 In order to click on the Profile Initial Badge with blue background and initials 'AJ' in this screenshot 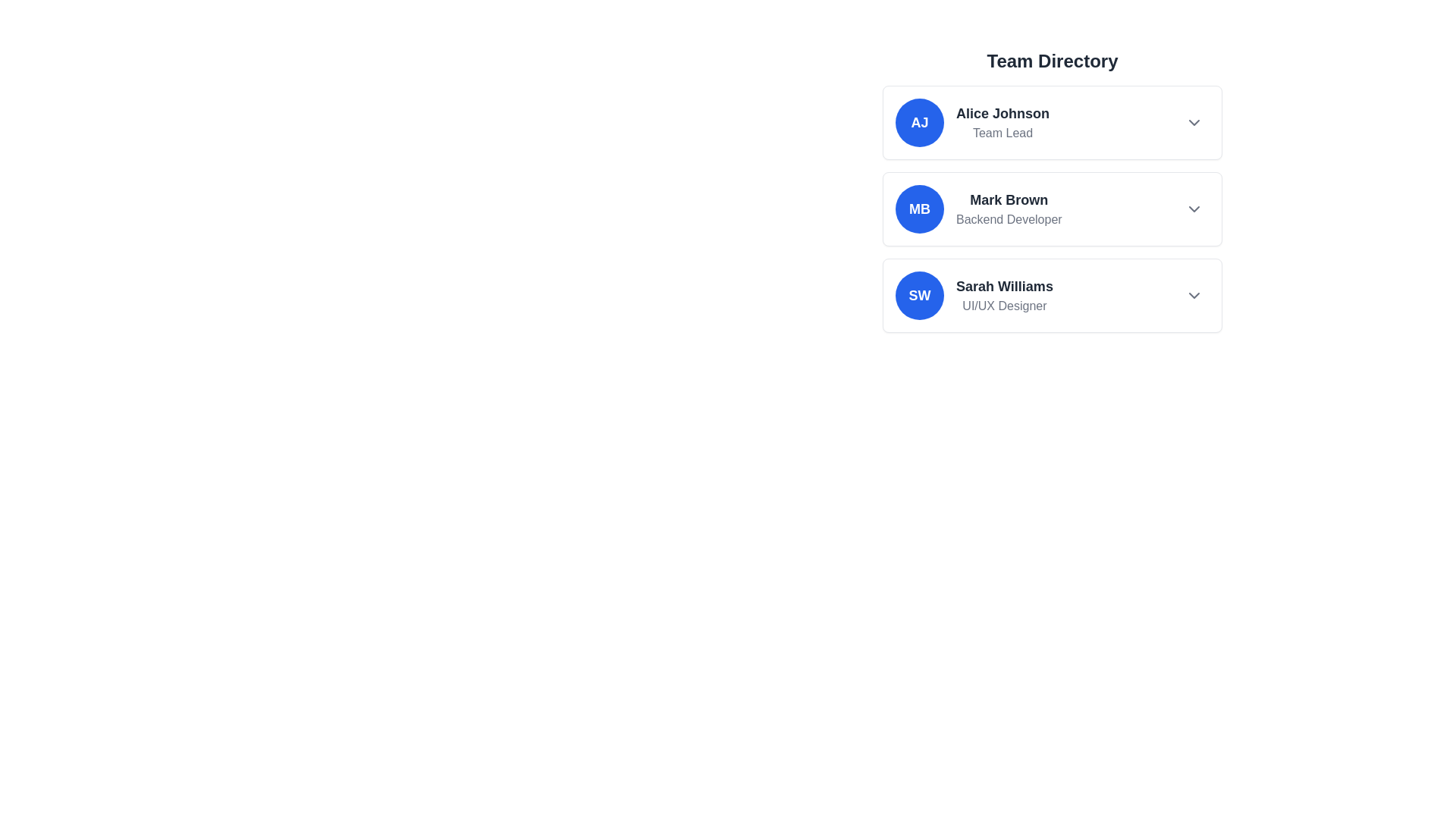, I will do `click(919, 122)`.